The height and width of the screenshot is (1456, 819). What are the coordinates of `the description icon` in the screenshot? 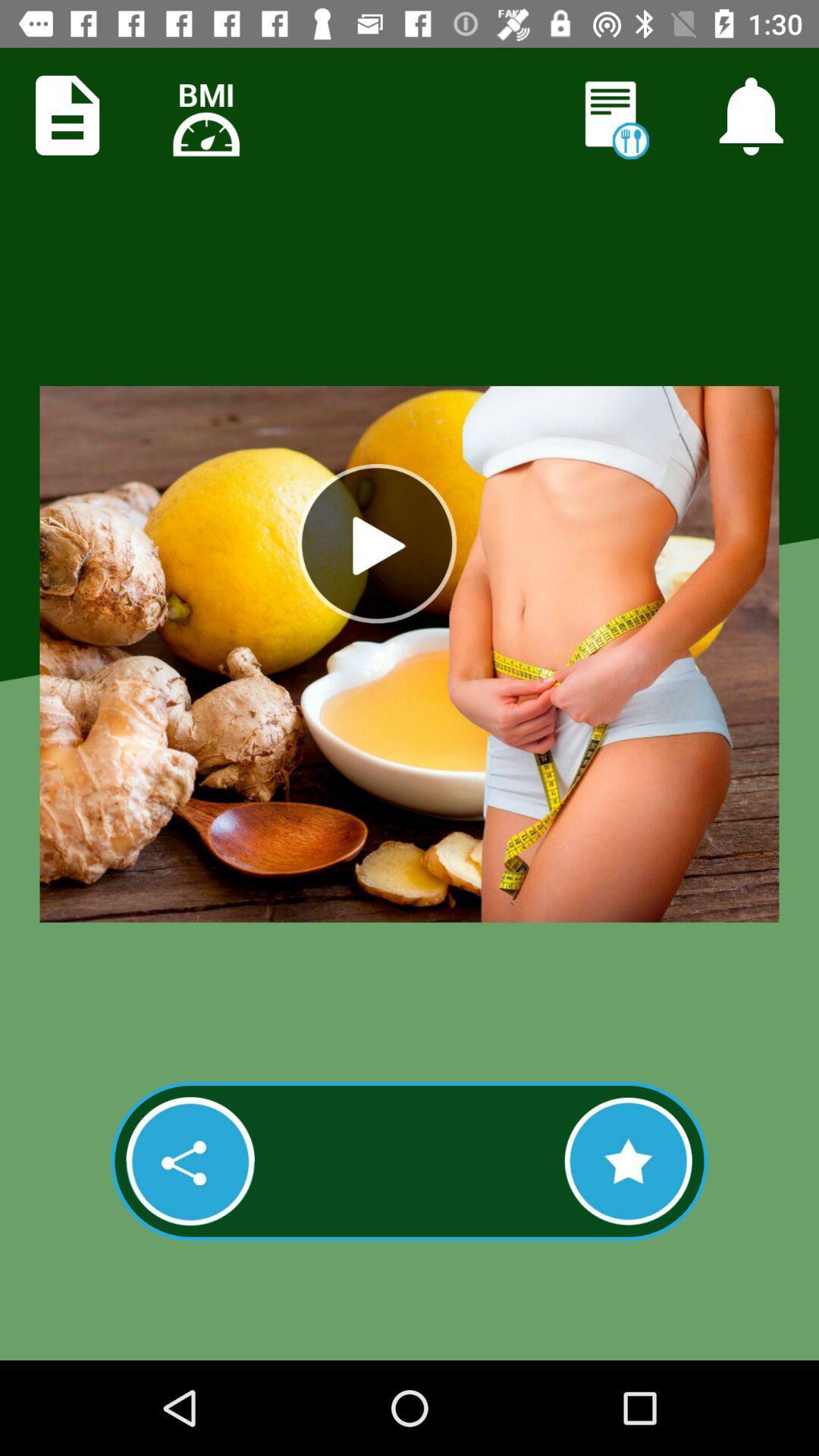 It's located at (67, 115).